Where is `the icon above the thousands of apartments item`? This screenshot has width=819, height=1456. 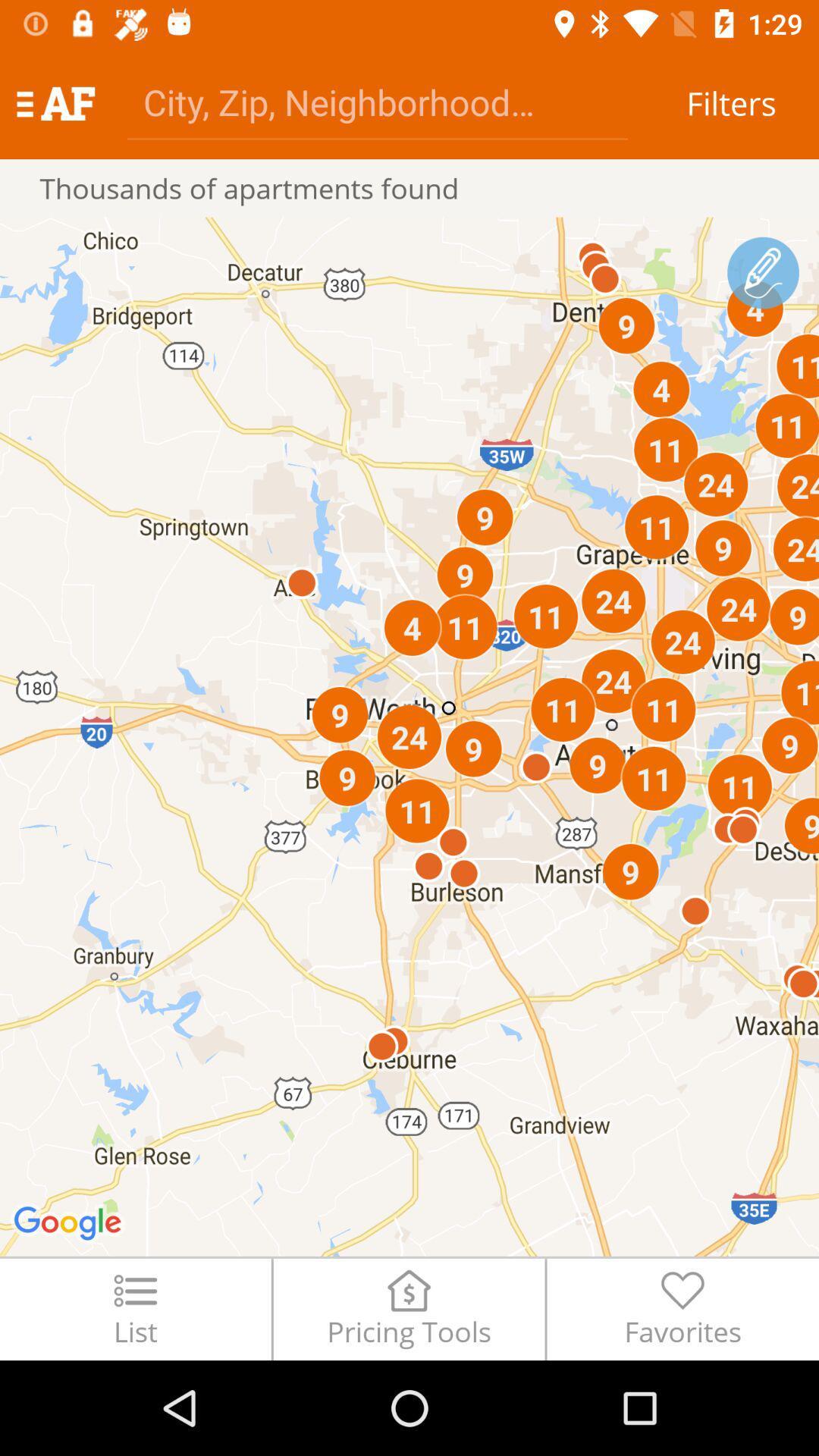
the icon above the thousands of apartments item is located at coordinates (55, 102).